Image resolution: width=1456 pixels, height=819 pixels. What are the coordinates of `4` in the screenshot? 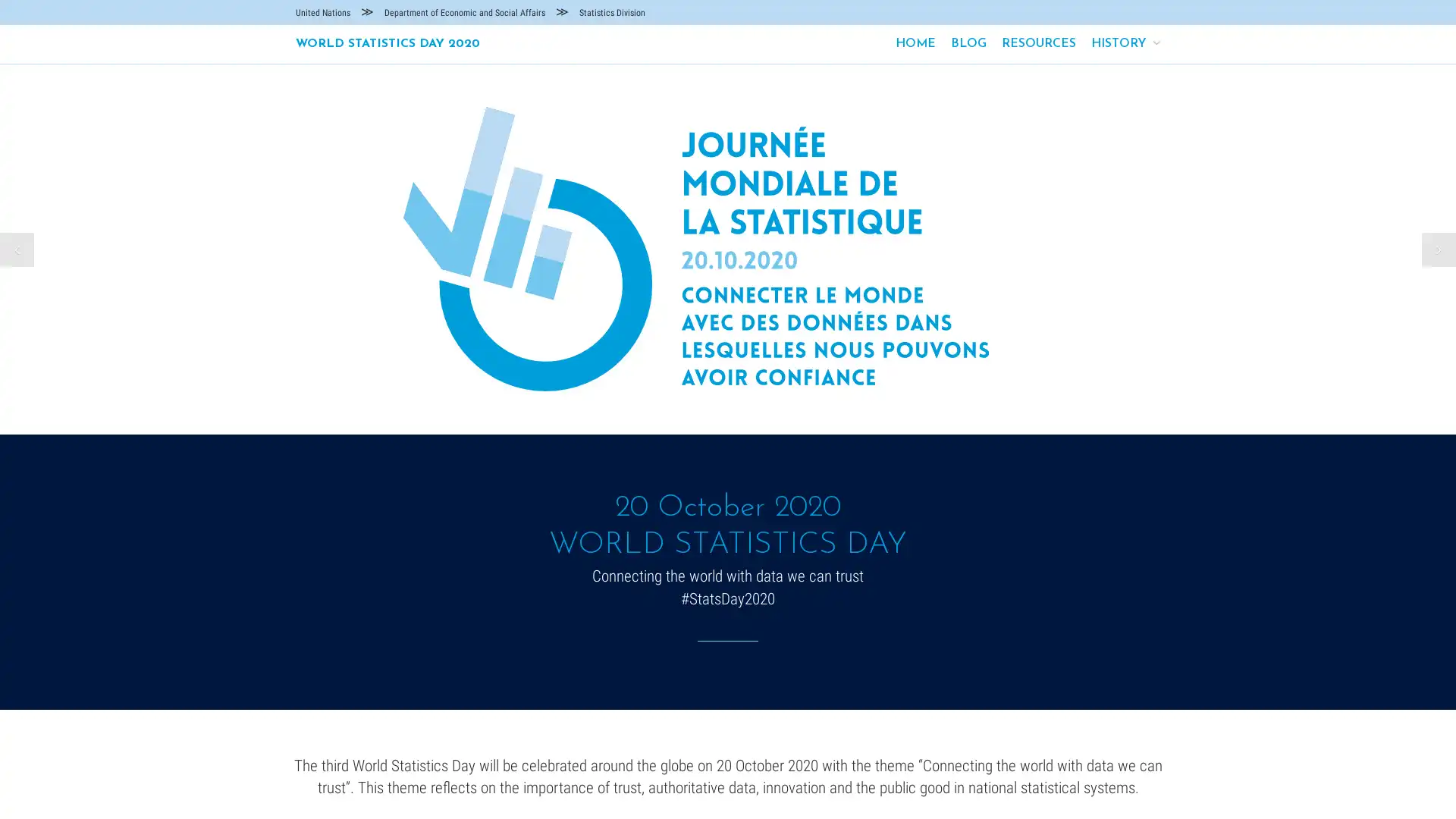 It's located at (736, 405).